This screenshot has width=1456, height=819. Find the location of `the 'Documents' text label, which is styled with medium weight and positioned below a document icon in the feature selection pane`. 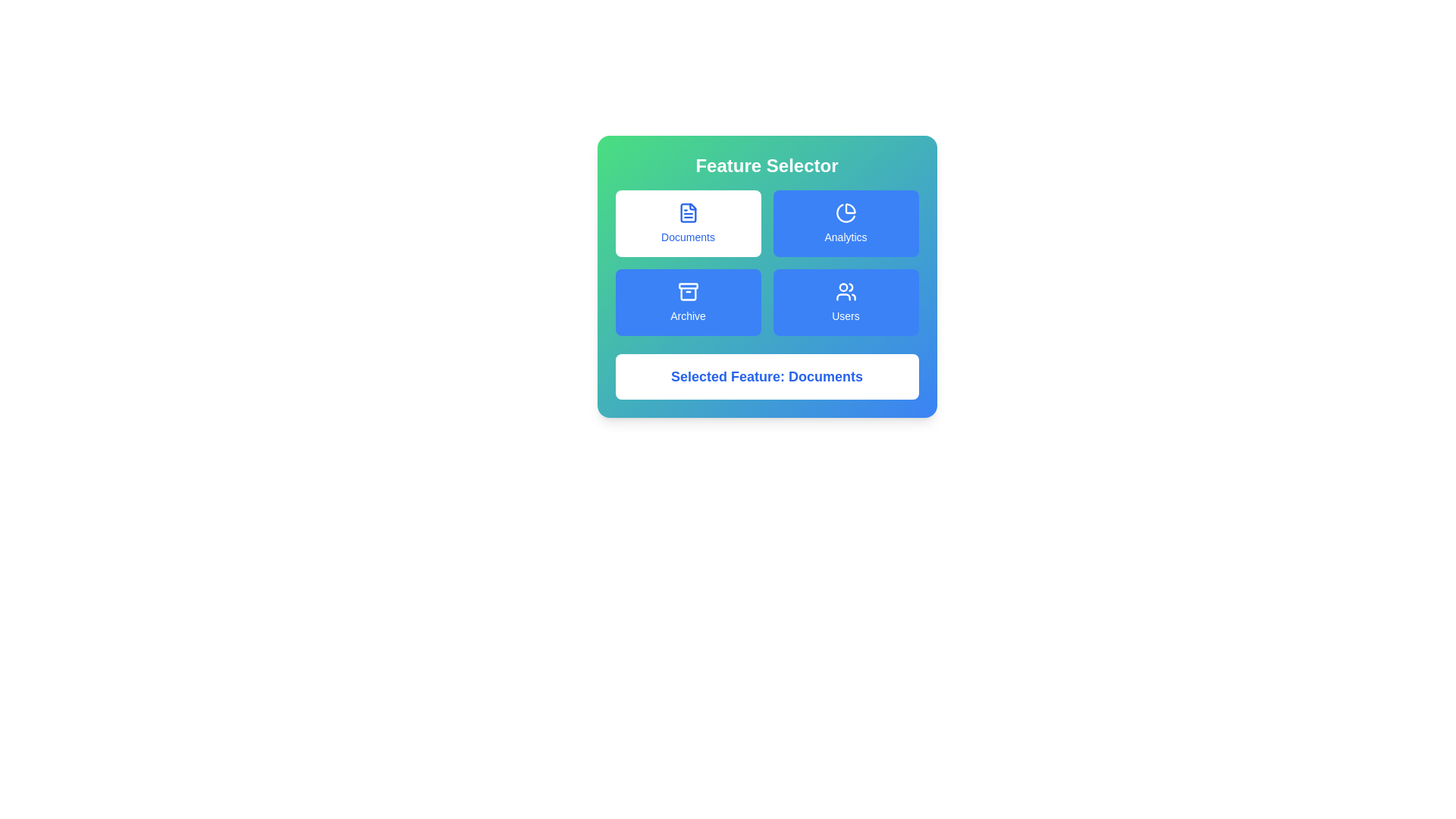

the 'Documents' text label, which is styled with medium weight and positioned below a document icon in the feature selection pane is located at coordinates (687, 237).